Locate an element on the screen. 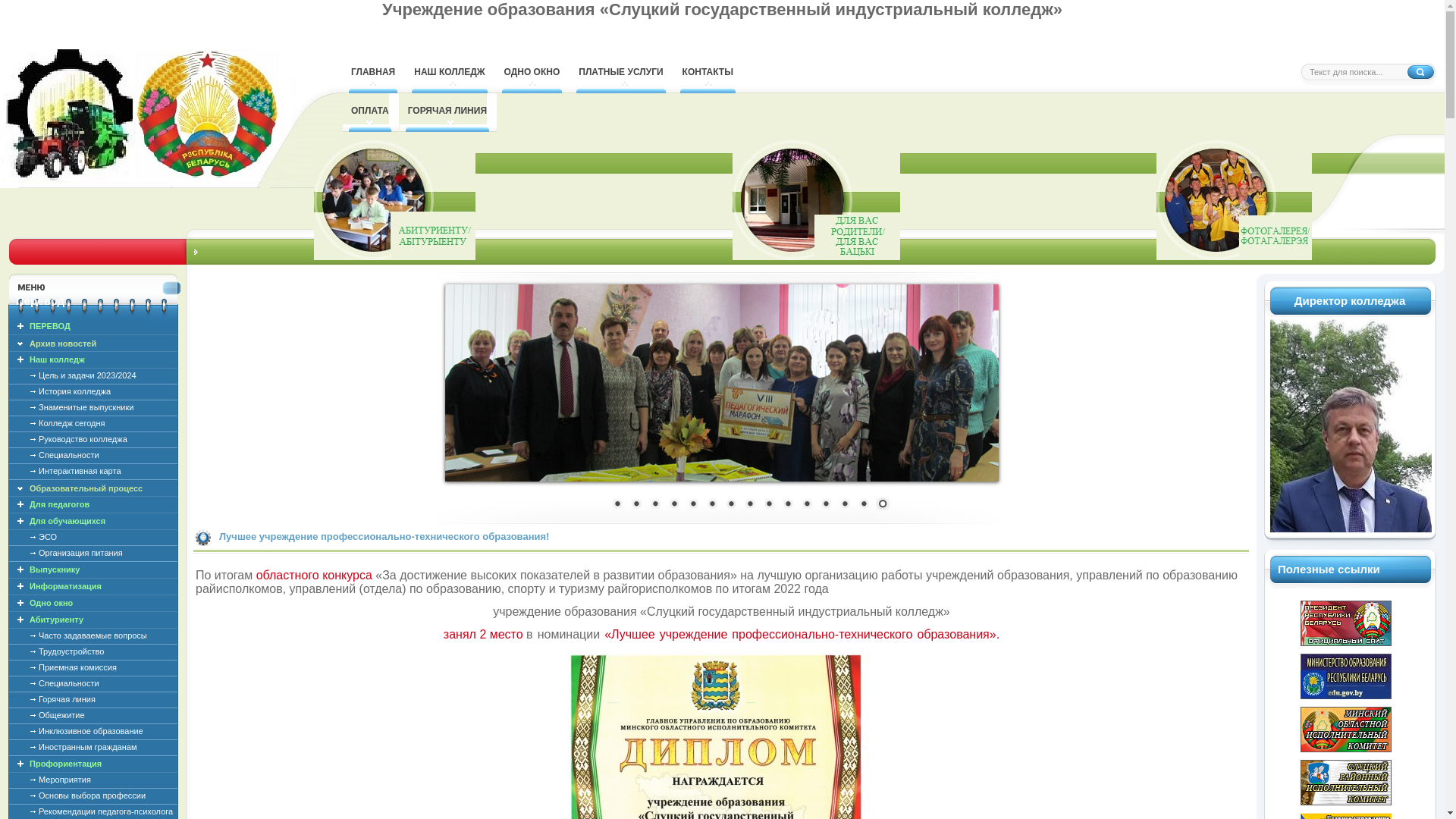 This screenshot has height=819, width=1456. '13' is located at coordinates (843, 505).